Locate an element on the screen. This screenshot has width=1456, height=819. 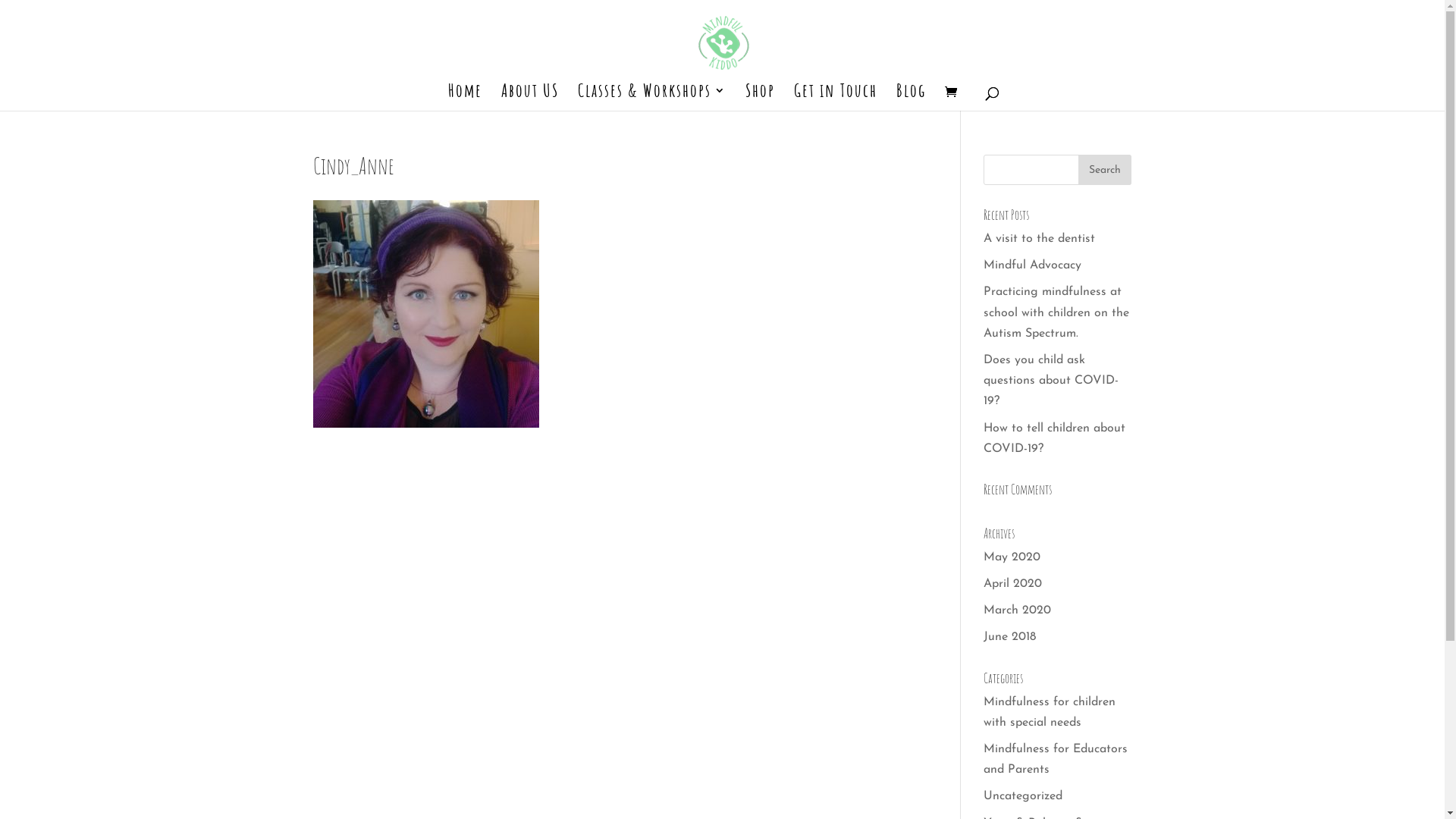
'June 2018' is located at coordinates (1009, 637).